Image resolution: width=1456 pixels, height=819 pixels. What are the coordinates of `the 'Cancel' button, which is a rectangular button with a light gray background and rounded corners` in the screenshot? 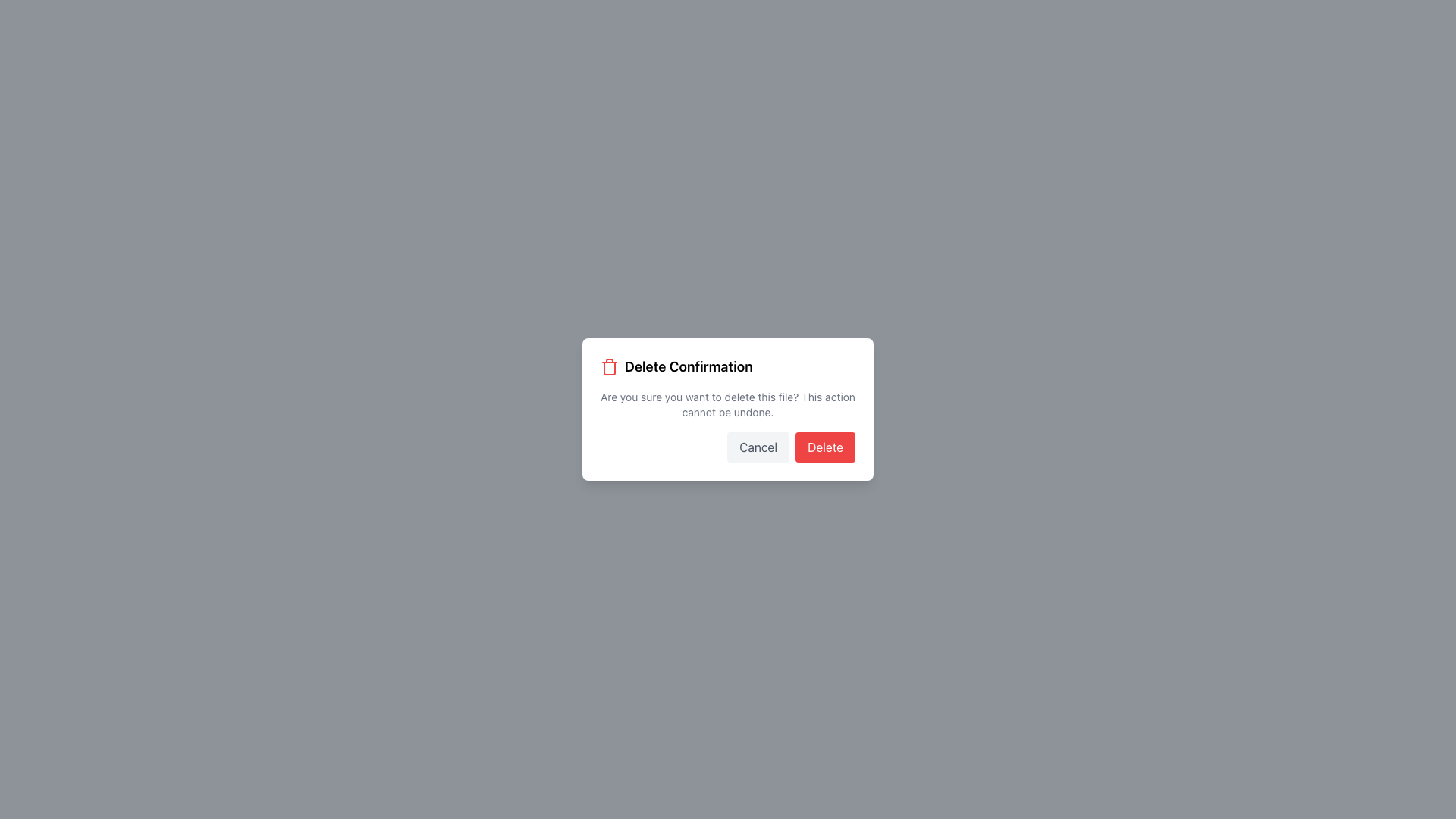 It's located at (758, 447).